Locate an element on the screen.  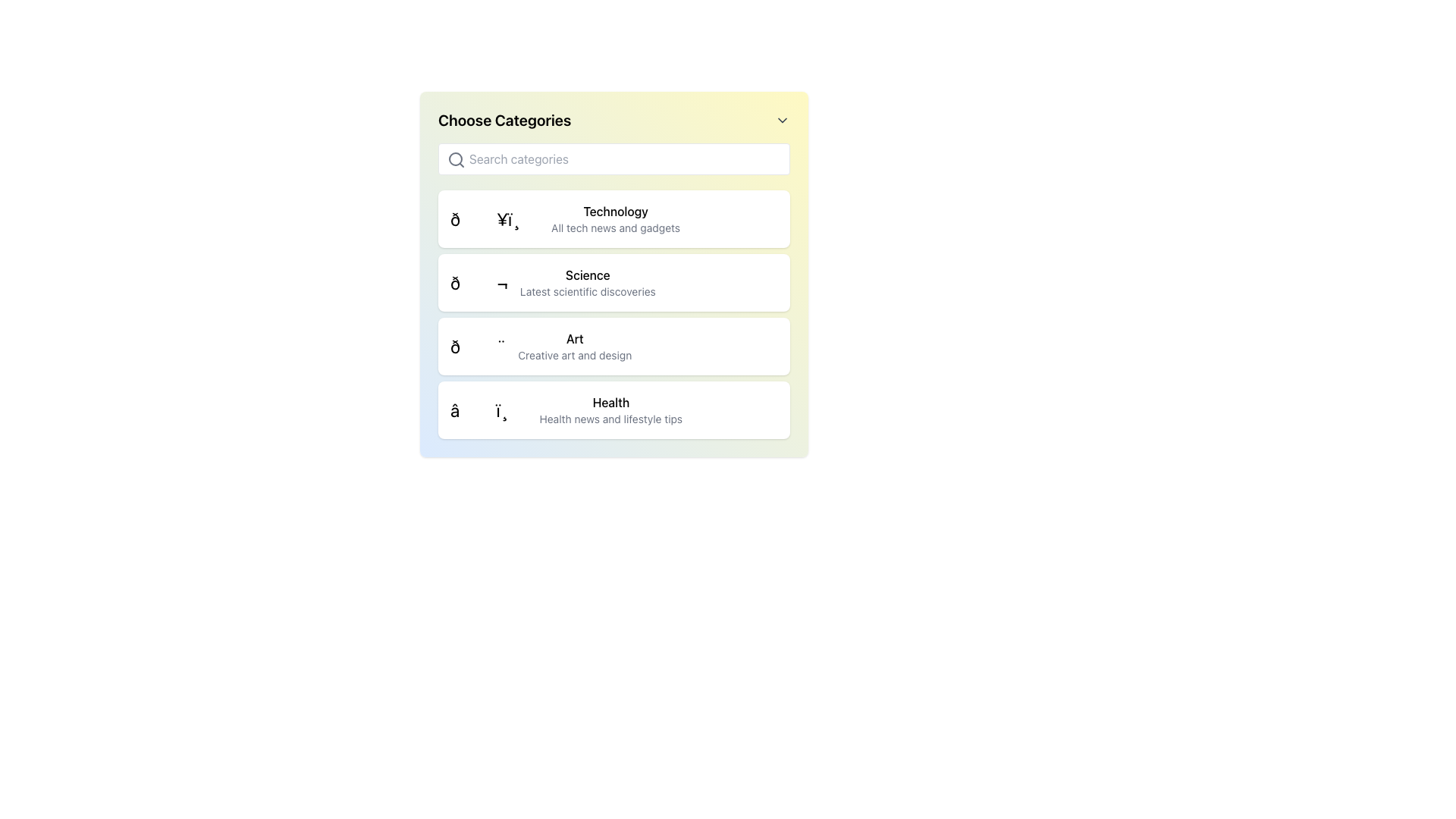
the icon resembling a wrench or gear located to the left of the 'Health' label in the category list is located at coordinates (488, 409).